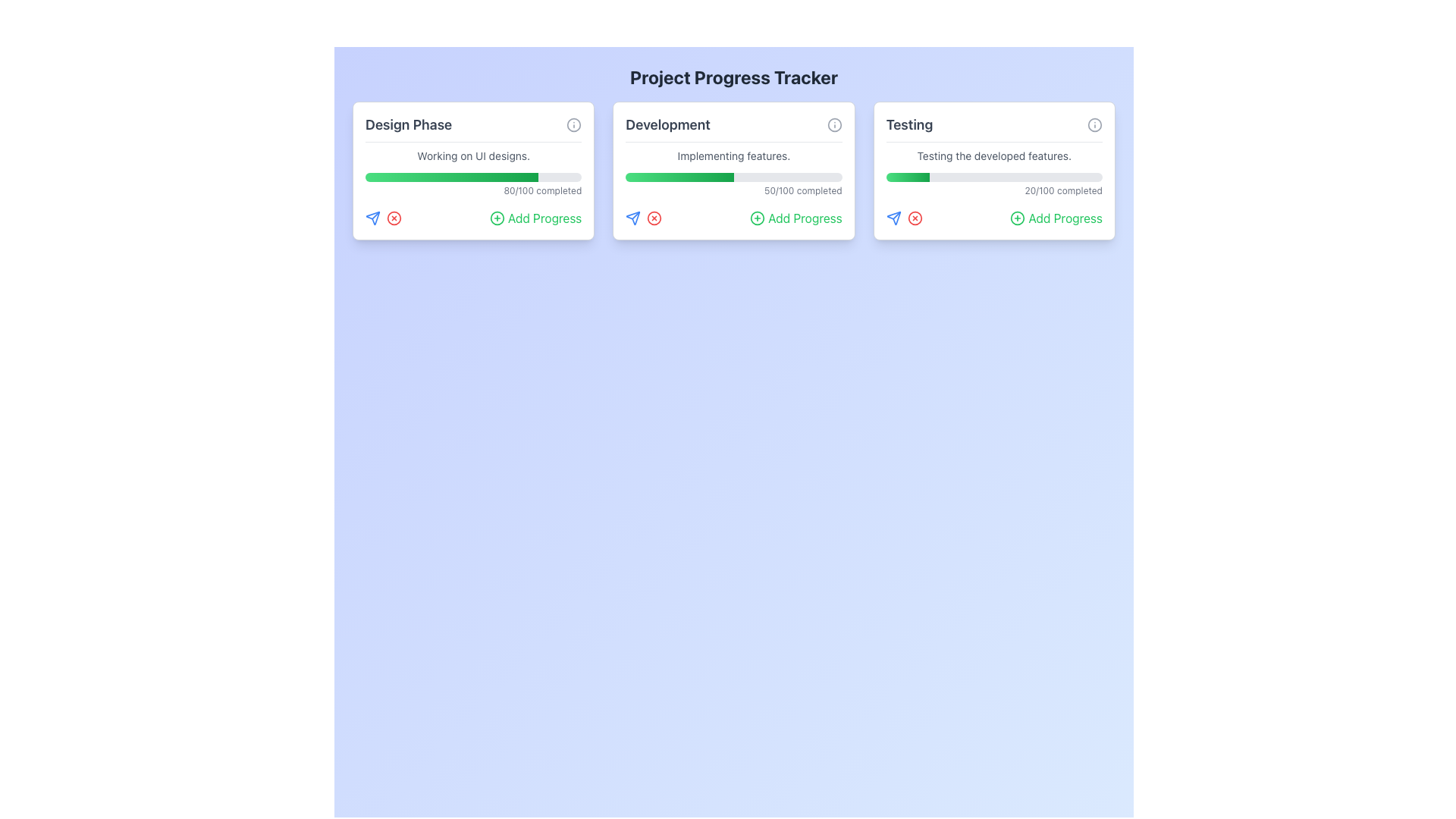  I want to click on the Icon Button located under the 'Add Progress' label in the 'Development' card, so click(758, 218).